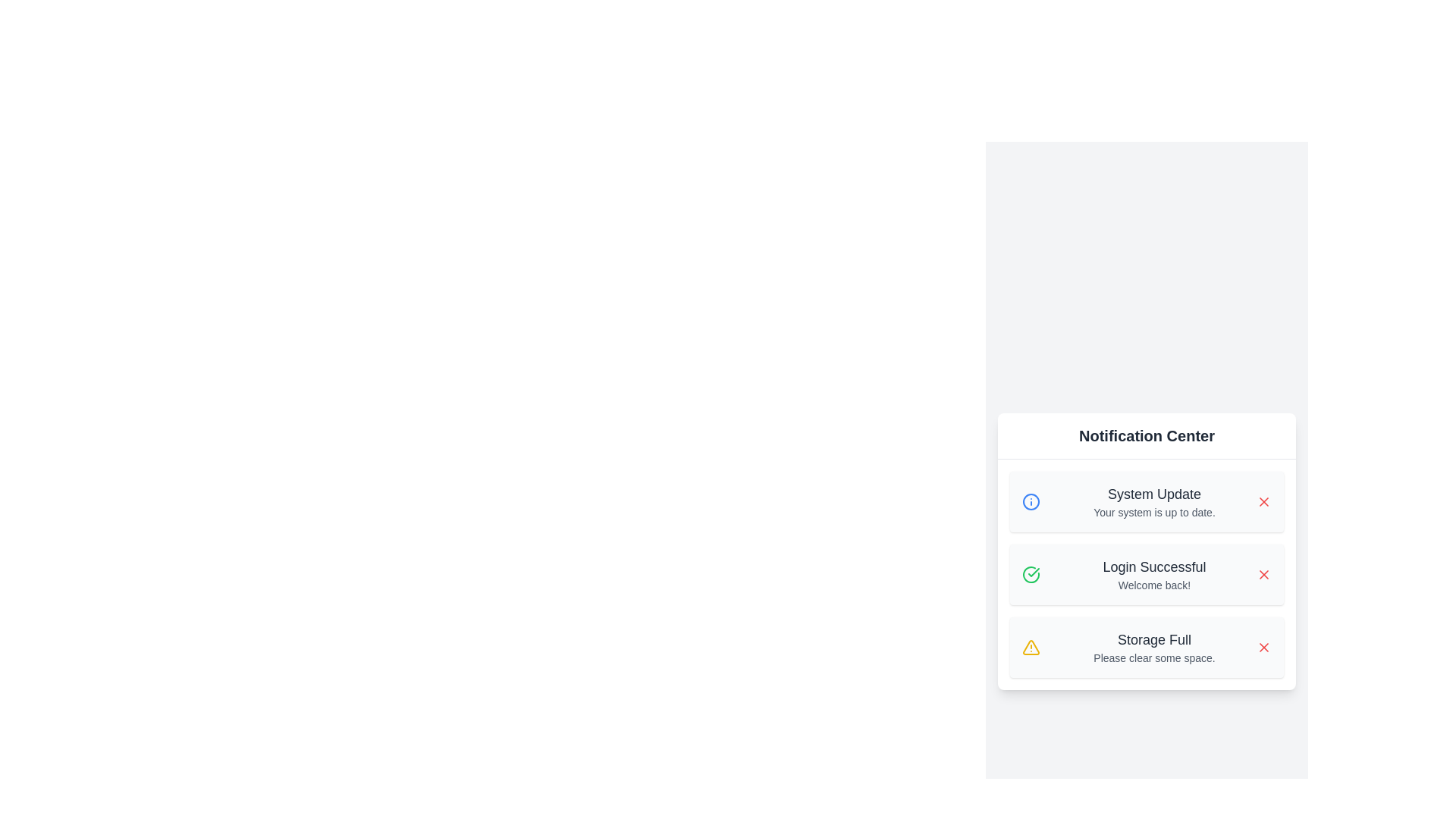 Image resolution: width=1456 pixels, height=819 pixels. What do you see at coordinates (1153, 574) in the screenshot?
I see `second notification in the Notification Center that indicates a successful login event and includes a welcome-back message` at bounding box center [1153, 574].